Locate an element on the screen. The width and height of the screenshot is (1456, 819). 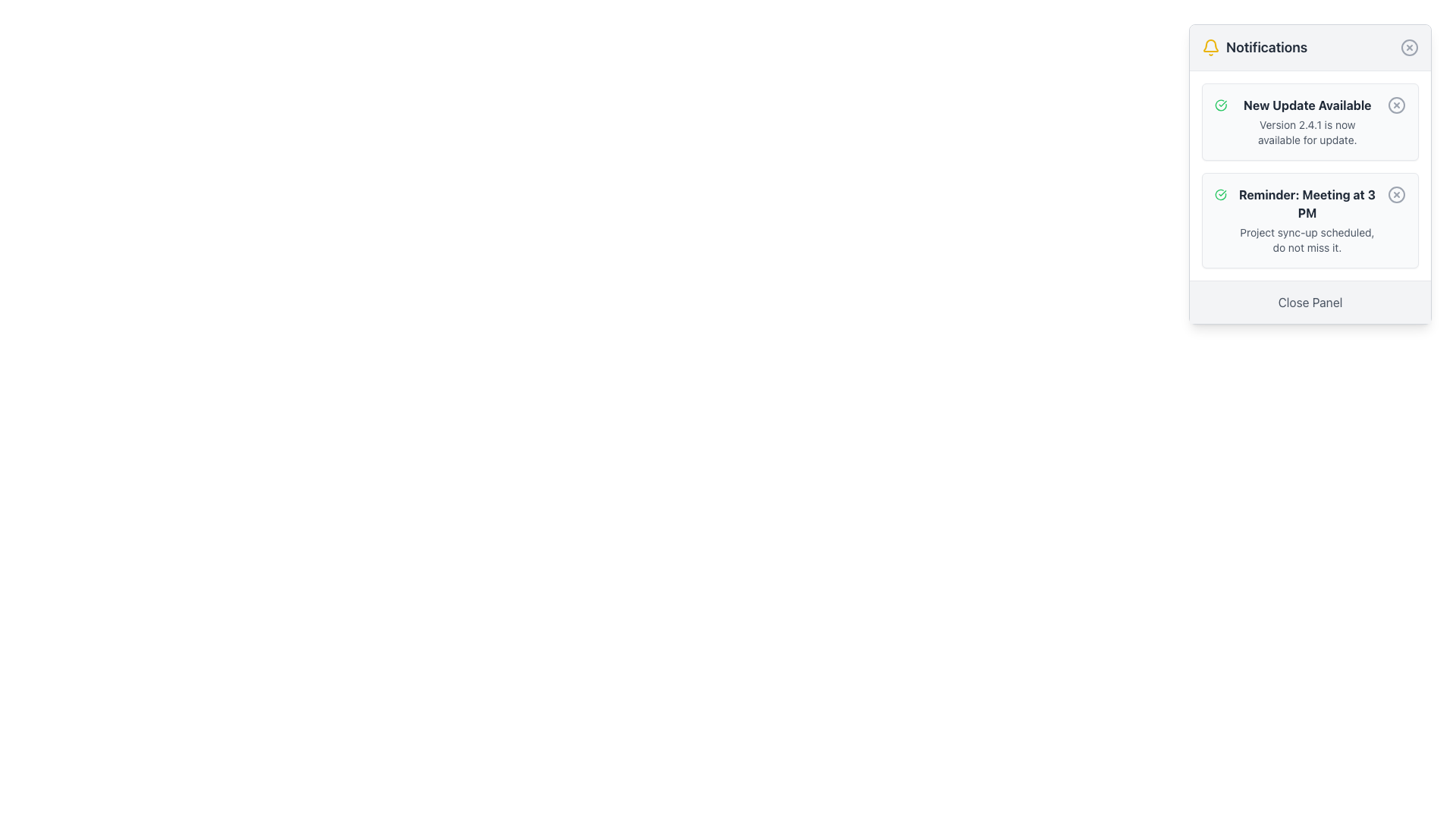
the close button icon located at the top-right corner of the notification panel is located at coordinates (1408, 46).